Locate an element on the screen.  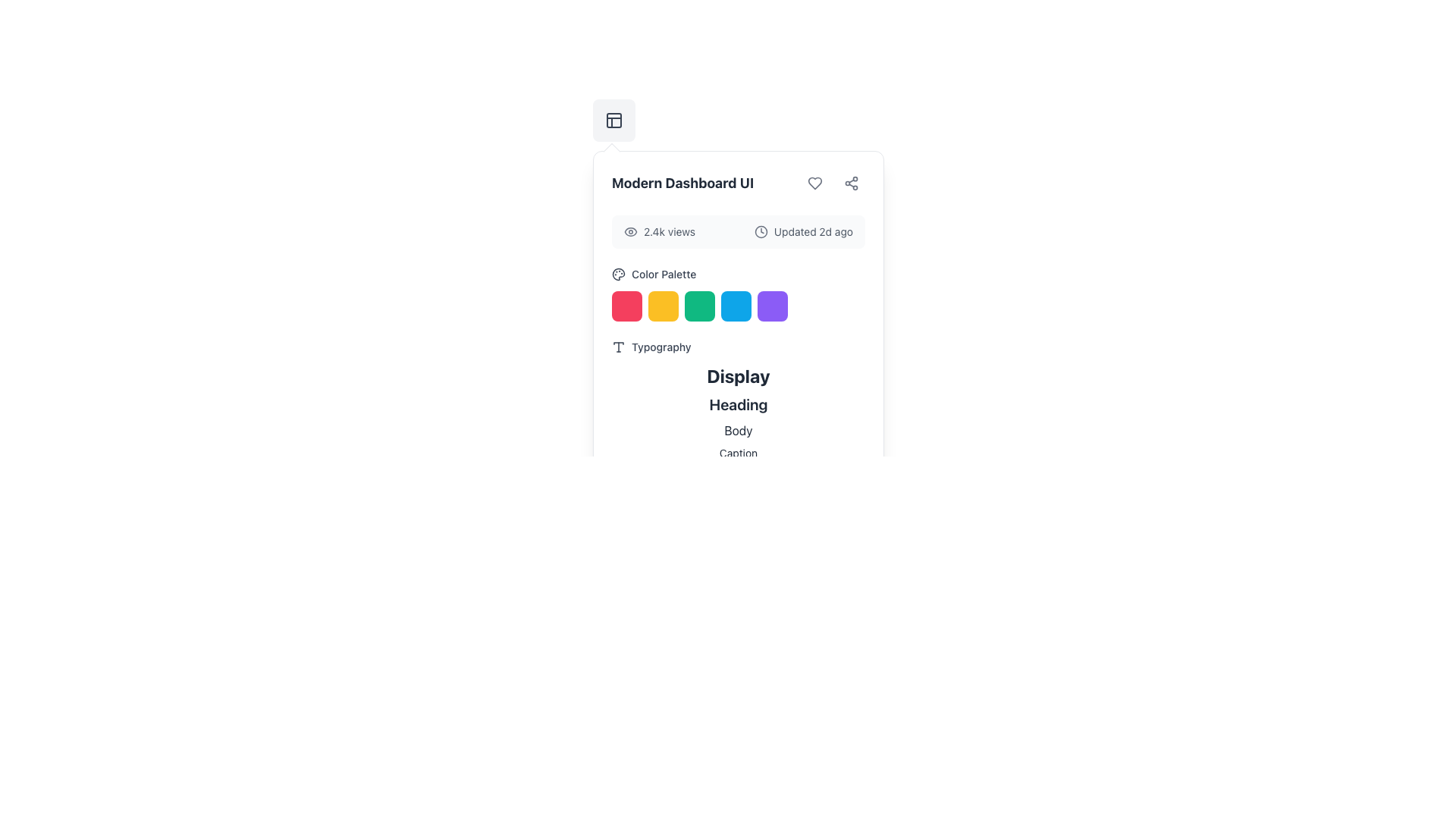
the first icon button in the horizontal row of two similar icon buttons located on the top-right of the card, which serves as a 'favorite' or 'like' button is located at coordinates (814, 183).